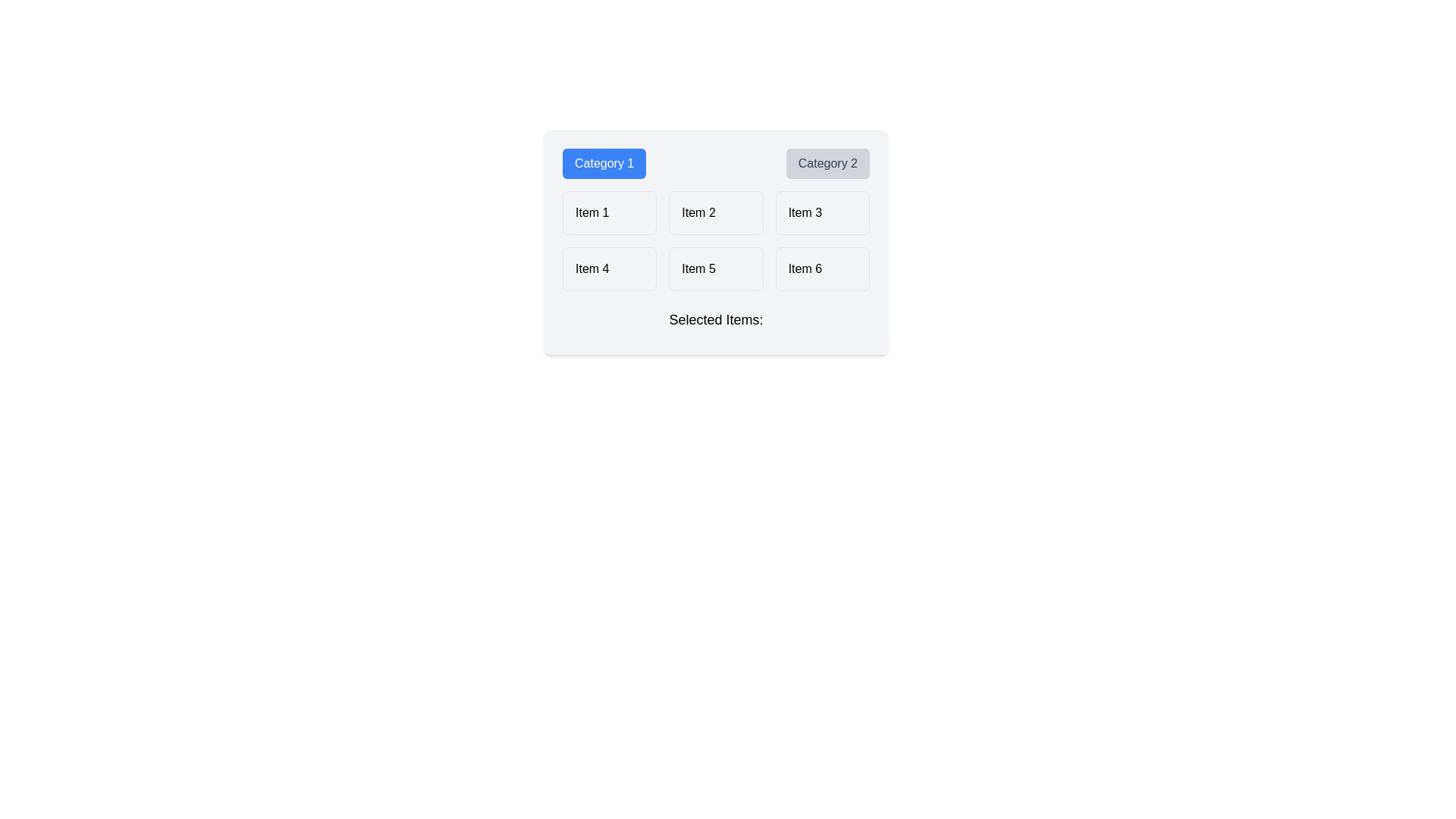 The image size is (1456, 819). Describe the element at coordinates (604, 164) in the screenshot. I see `the 'Category 1' button, which is a blue rectangular button with white text` at that location.